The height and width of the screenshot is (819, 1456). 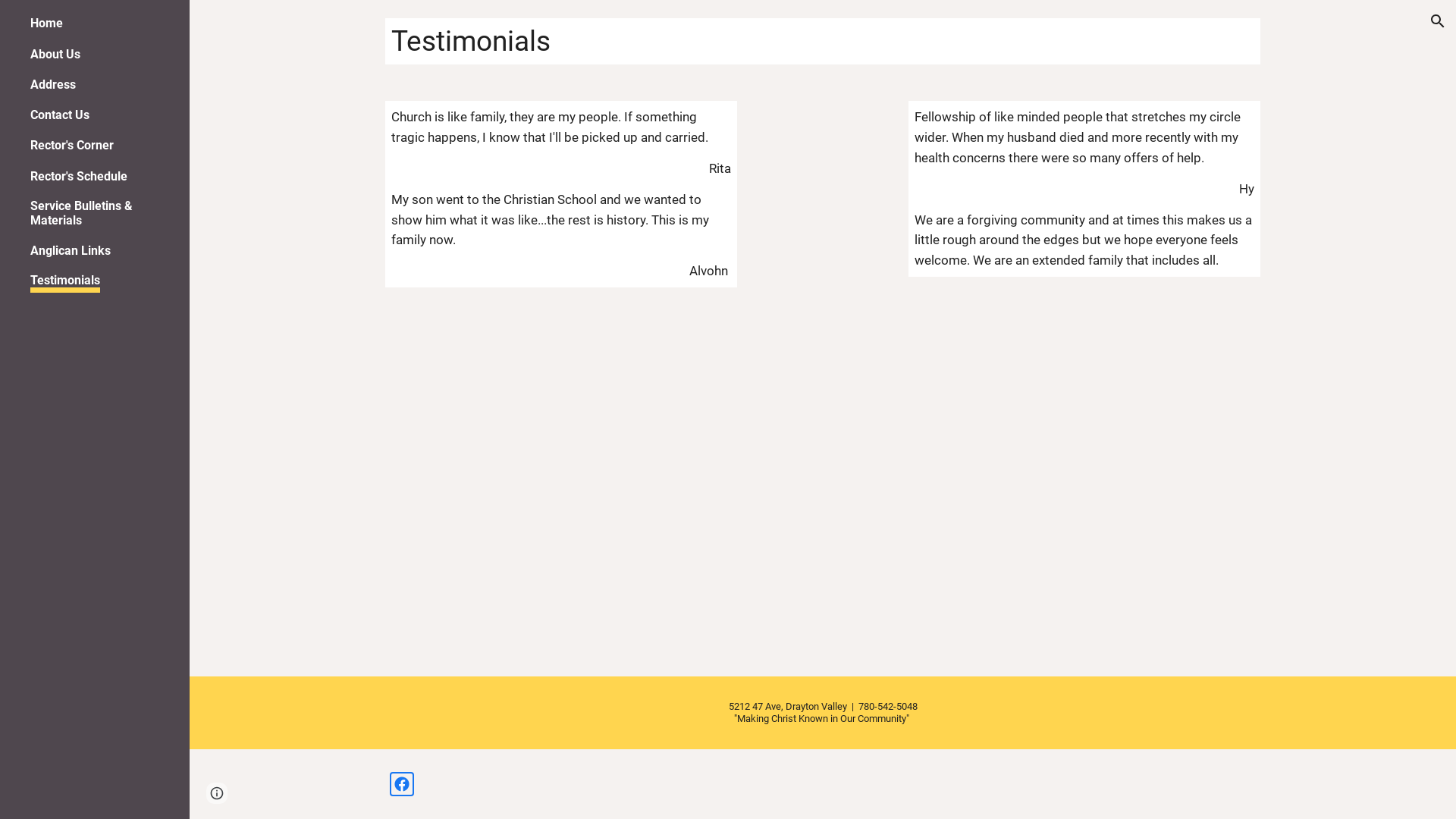 I want to click on 'Rector's Corner', so click(x=71, y=145).